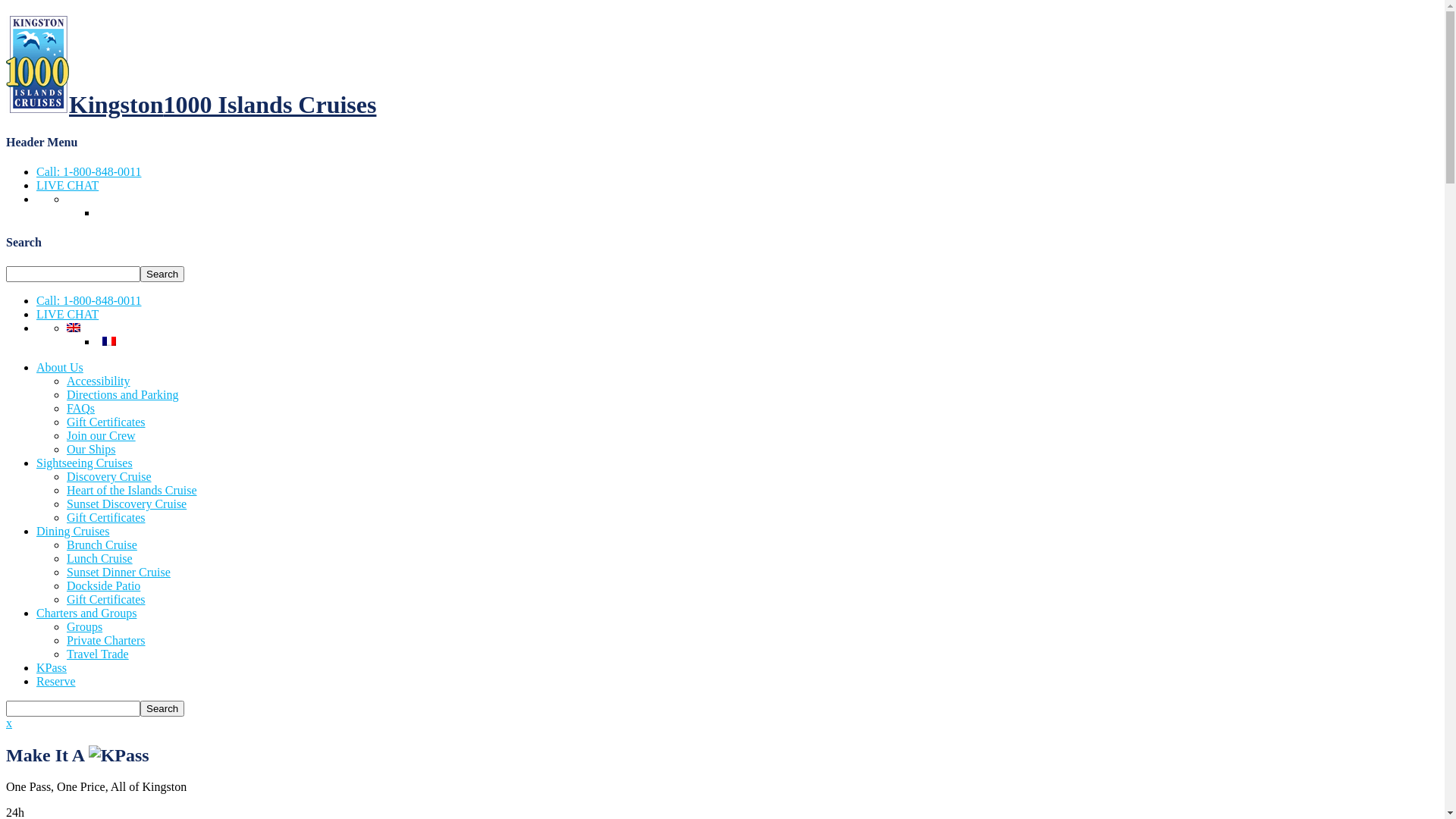 The image size is (1456, 819). What do you see at coordinates (37, 63) in the screenshot?
I see `'1000 Islands Cruises'` at bounding box center [37, 63].